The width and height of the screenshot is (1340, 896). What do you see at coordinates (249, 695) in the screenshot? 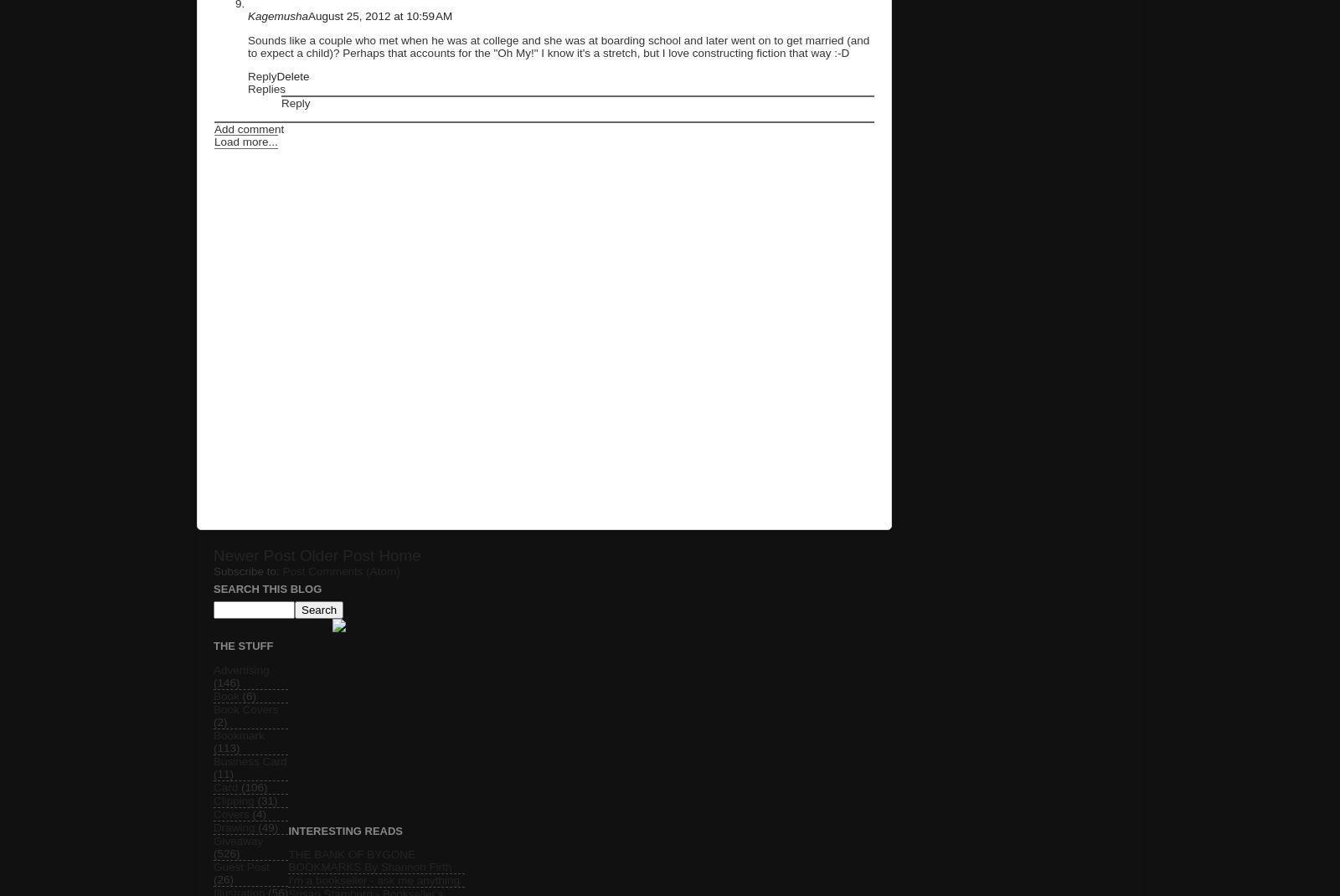
I see `'(6)'` at bounding box center [249, 695].